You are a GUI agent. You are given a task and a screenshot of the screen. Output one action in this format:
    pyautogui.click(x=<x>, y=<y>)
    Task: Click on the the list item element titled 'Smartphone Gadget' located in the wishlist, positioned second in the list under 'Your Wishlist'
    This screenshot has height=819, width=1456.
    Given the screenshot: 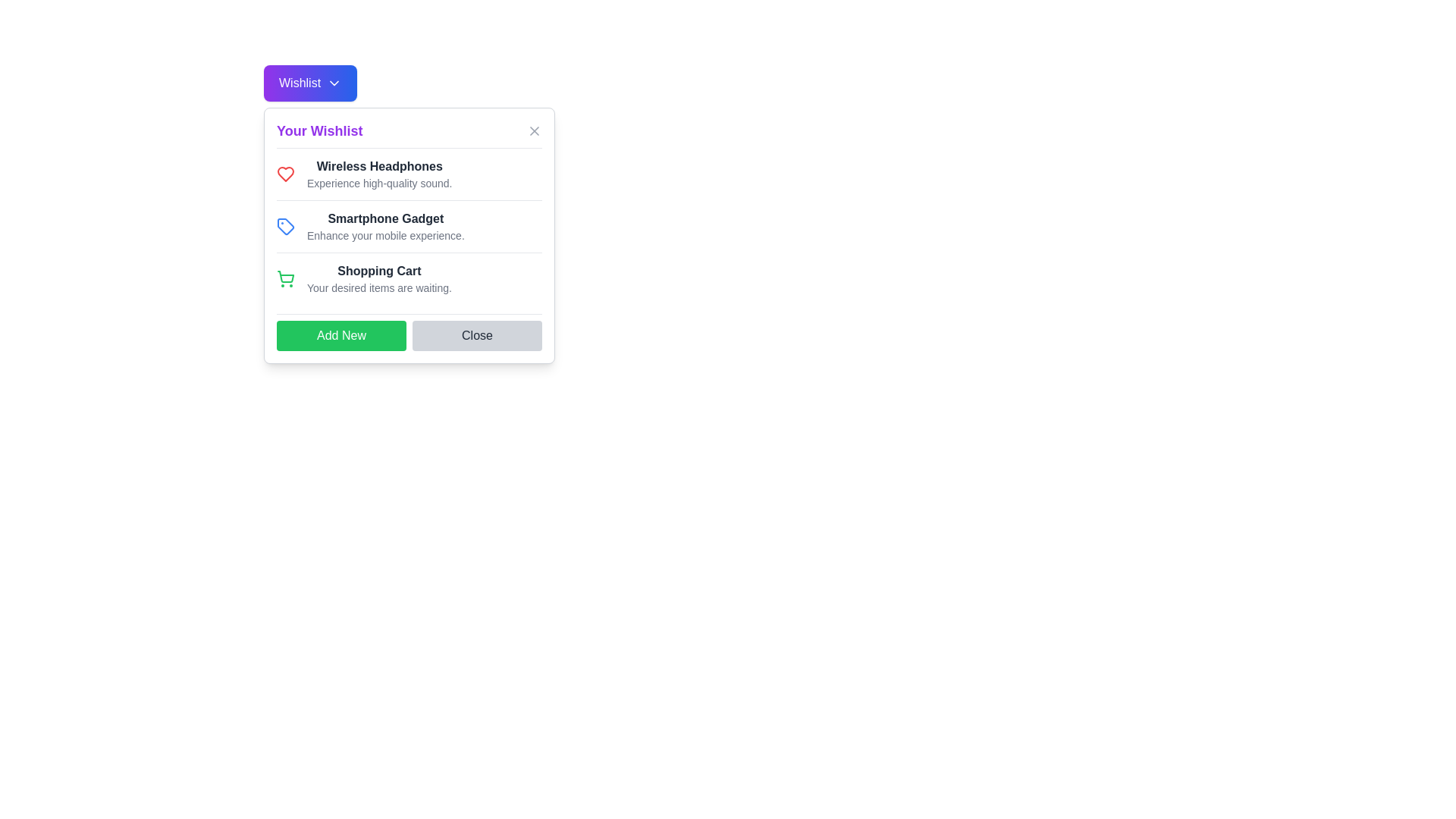 What is the action you would take?
    pyautogui.click(x=385, y=227)
    